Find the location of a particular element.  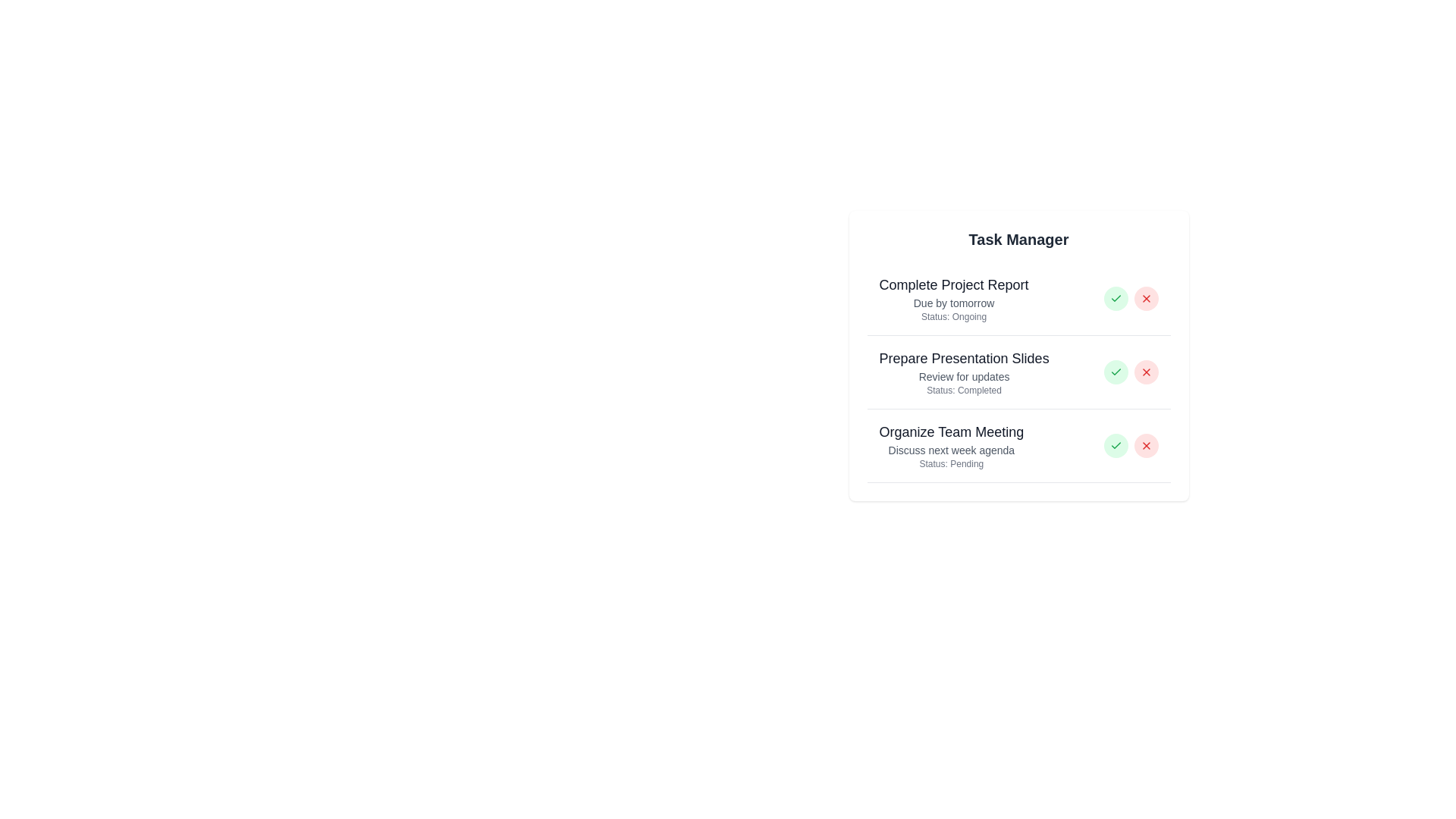

task information displayed in the second Textual Content Block within the 'Task Manager' section is located at coordinates (963, 372).